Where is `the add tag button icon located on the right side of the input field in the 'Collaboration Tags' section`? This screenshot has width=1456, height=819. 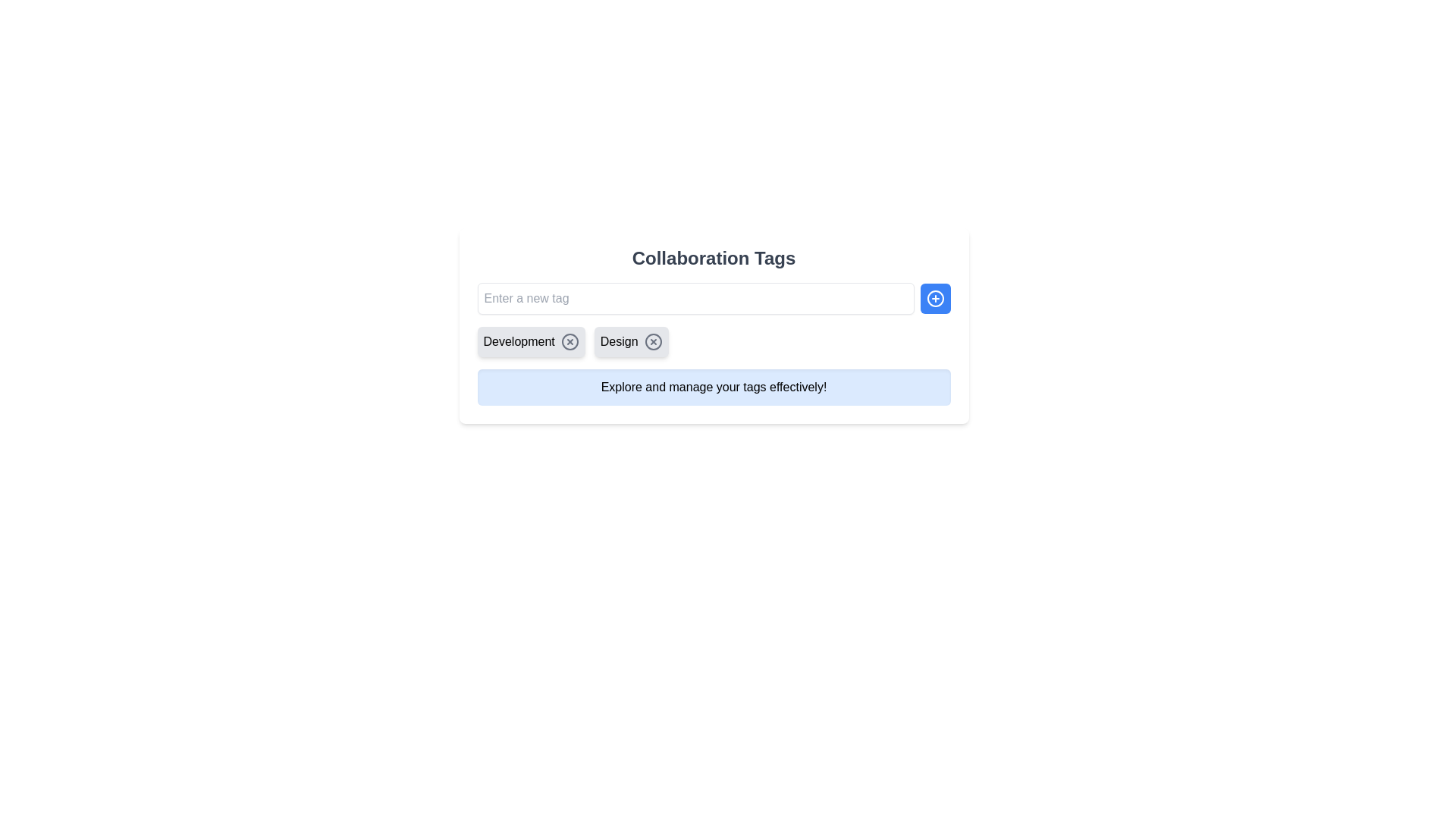 the add tag button icon located on the right side of the input field in the 'Collaboration Tags' section is located at coordinates (934, 298).